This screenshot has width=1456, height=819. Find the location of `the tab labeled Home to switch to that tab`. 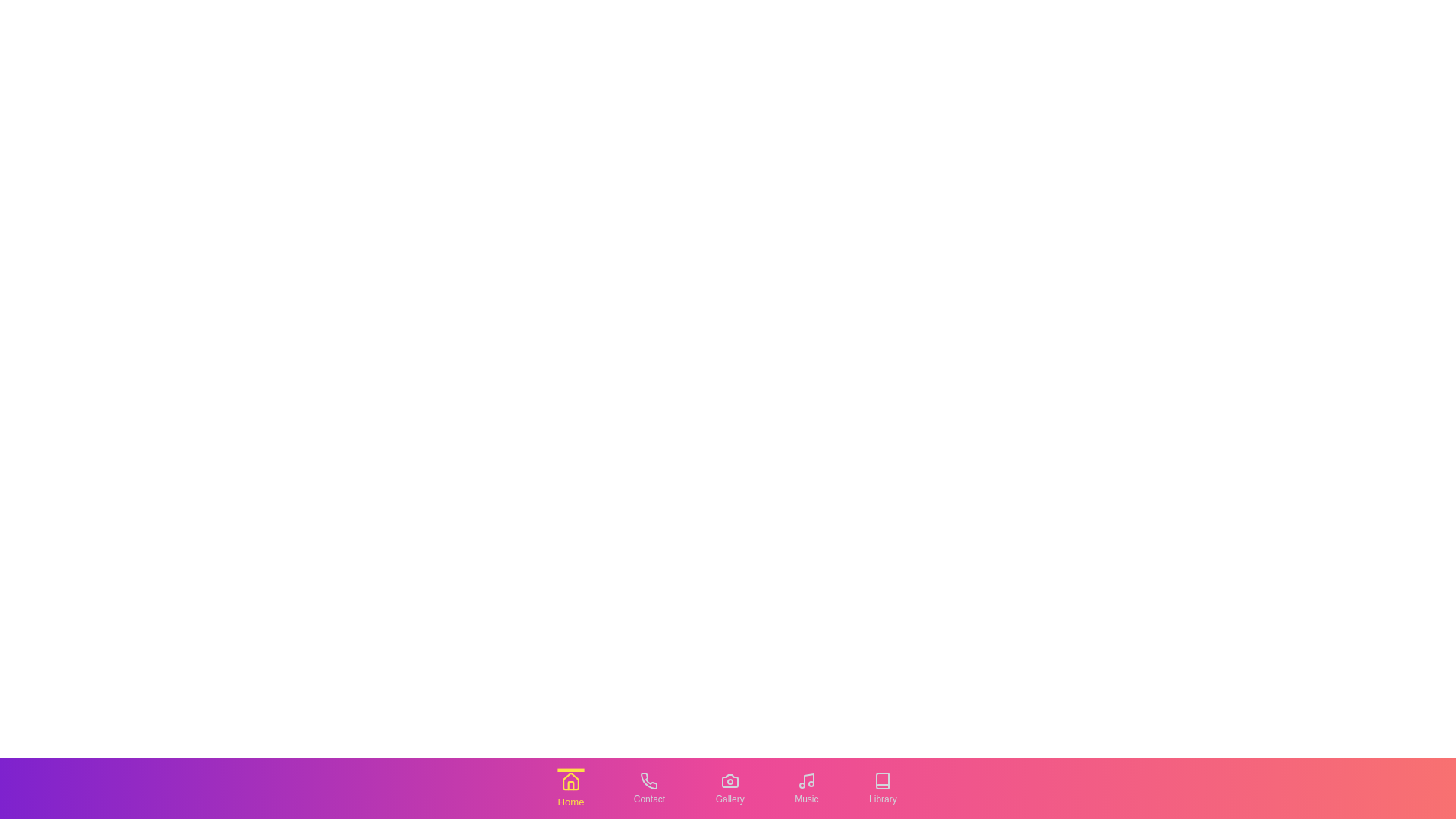

the tab labeled Home to switch to that tab is located at coordinates (570, 788).